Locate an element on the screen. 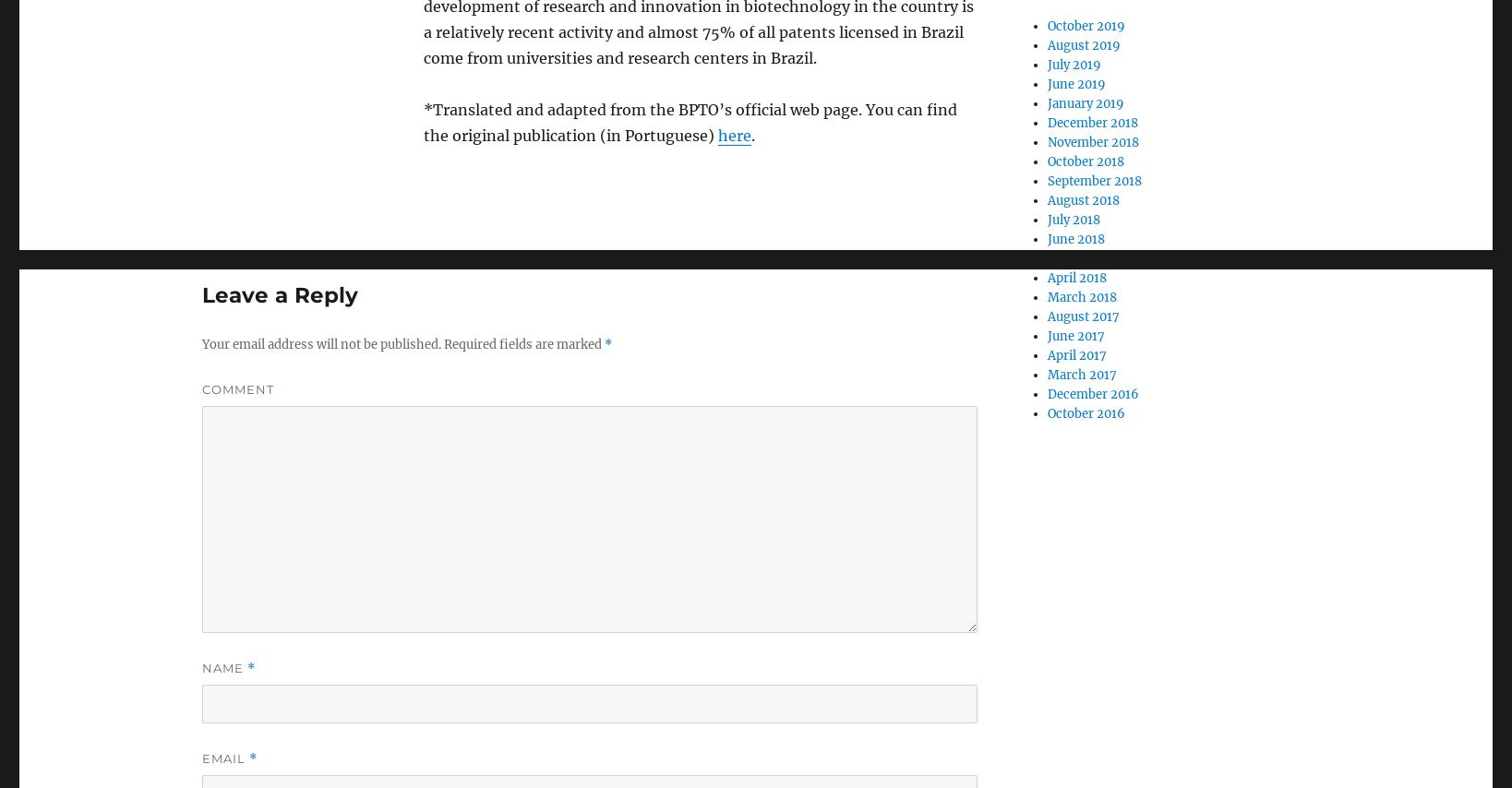 Image resolution: width=1512 pixels, height=788 pixels. 'Required fields are marked' is located at coordinates (522, 343).